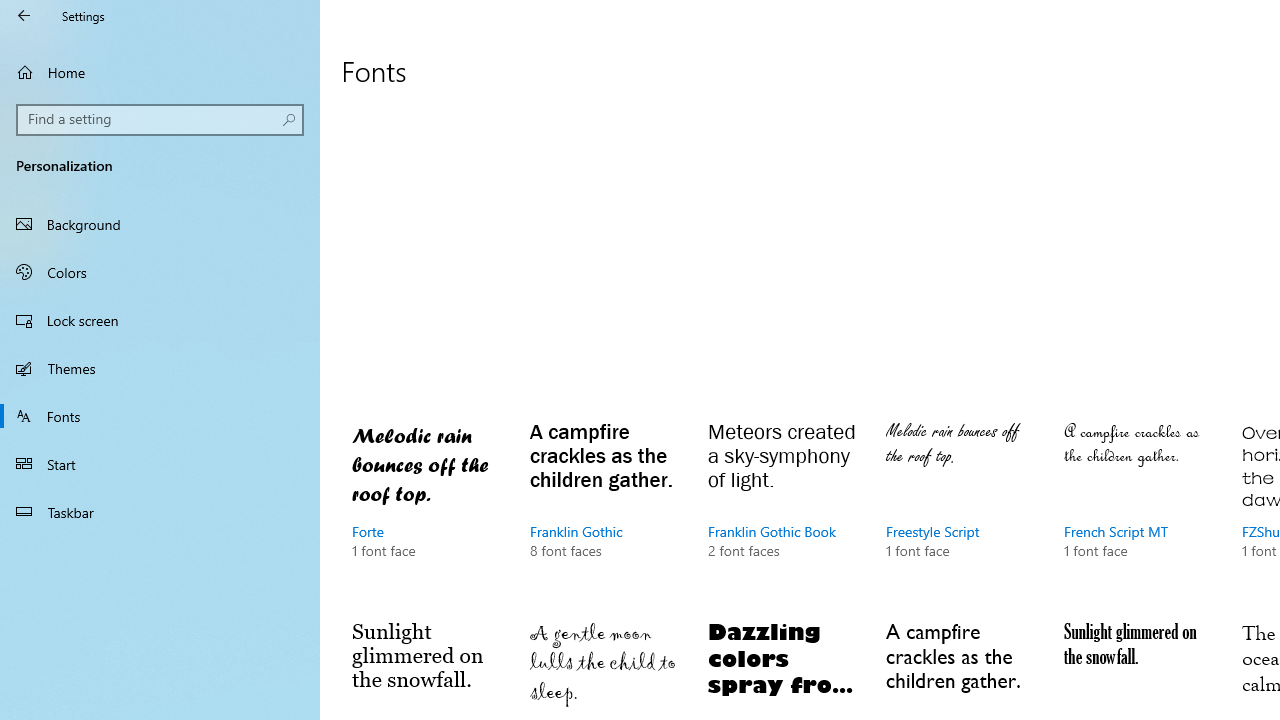 This screenshot has width=1280, height=720. Describe the element at coordinates (160, 271) in the screenshot. I see `'Colors'` at that location.